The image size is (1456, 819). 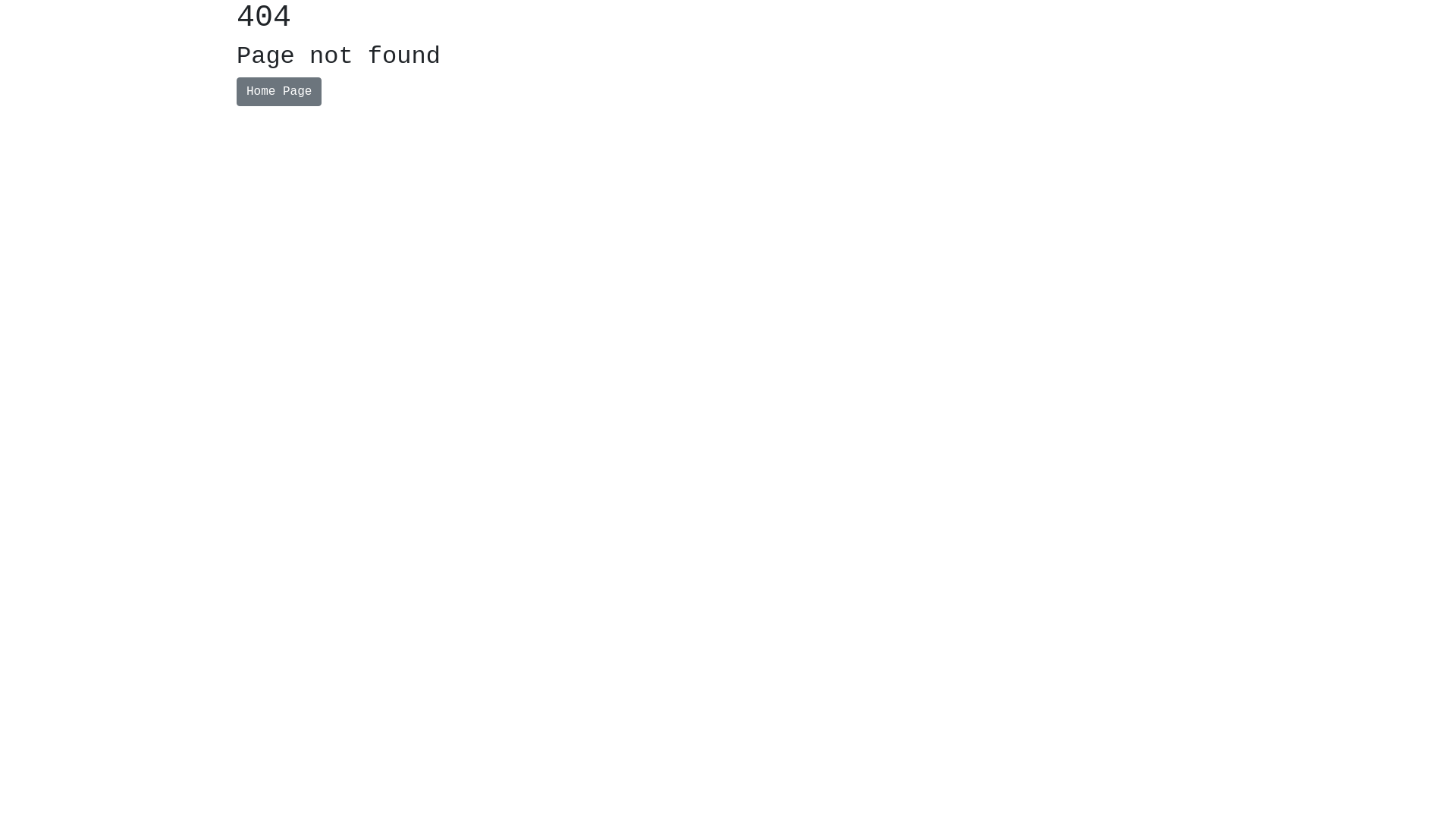 I want to click on 'Home Page', so click(x=236, y=91).